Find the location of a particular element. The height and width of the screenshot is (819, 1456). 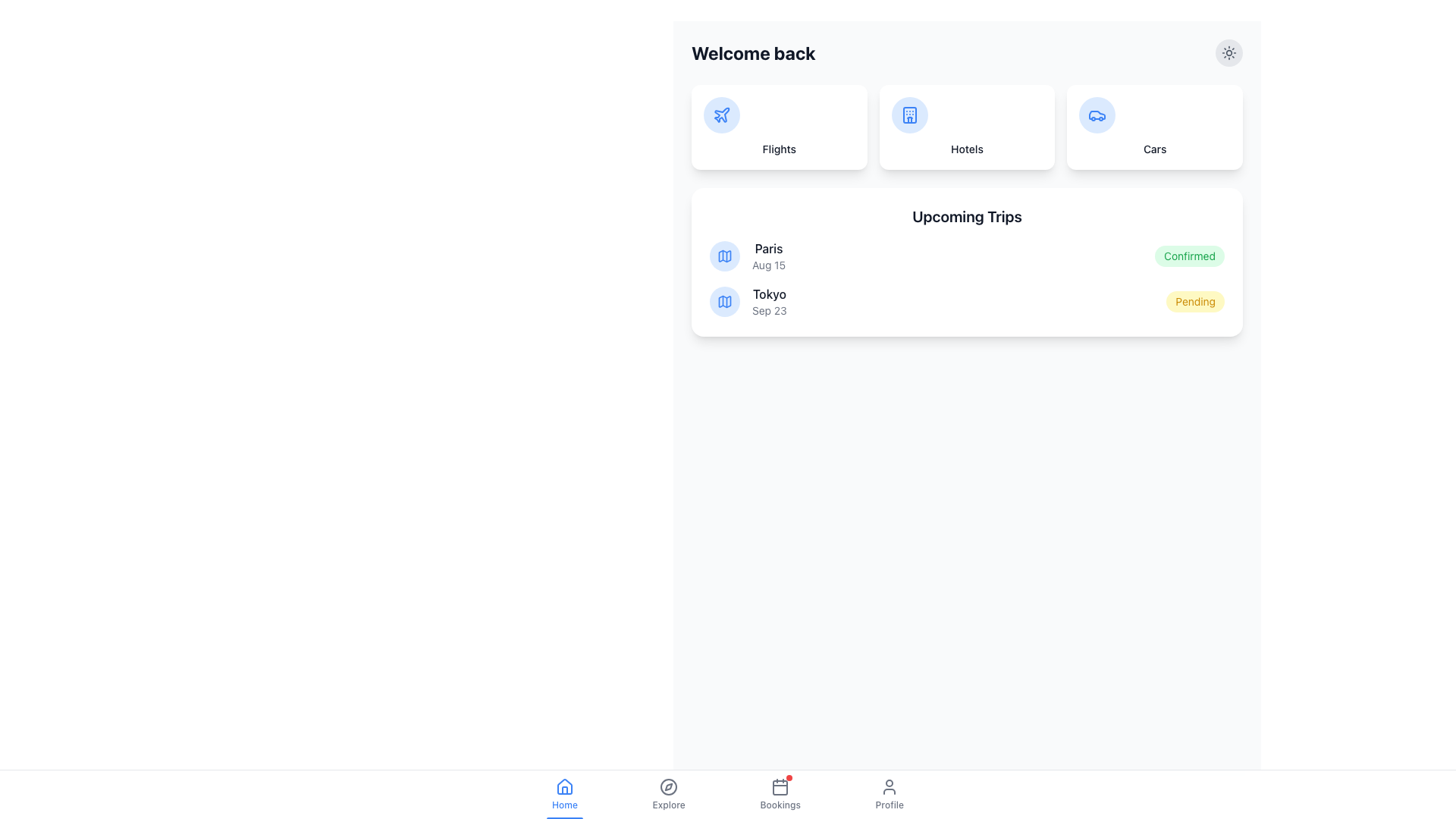

the compass icon in the bottom navigation bar, located in the 'Explore' tab section is located at coordinates (668, 786).